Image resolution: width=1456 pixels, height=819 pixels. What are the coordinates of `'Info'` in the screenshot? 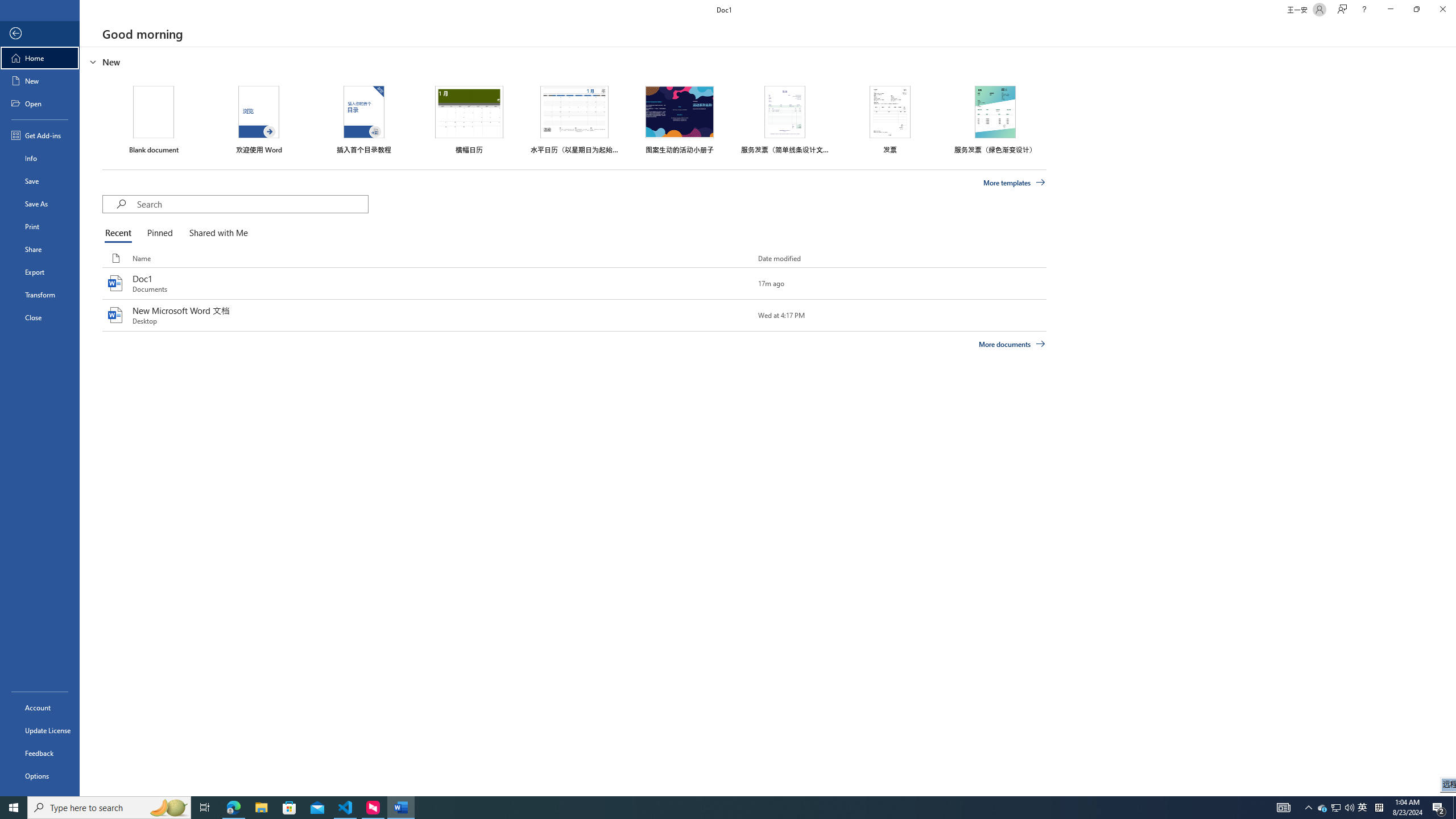 It's located at (39, 157).